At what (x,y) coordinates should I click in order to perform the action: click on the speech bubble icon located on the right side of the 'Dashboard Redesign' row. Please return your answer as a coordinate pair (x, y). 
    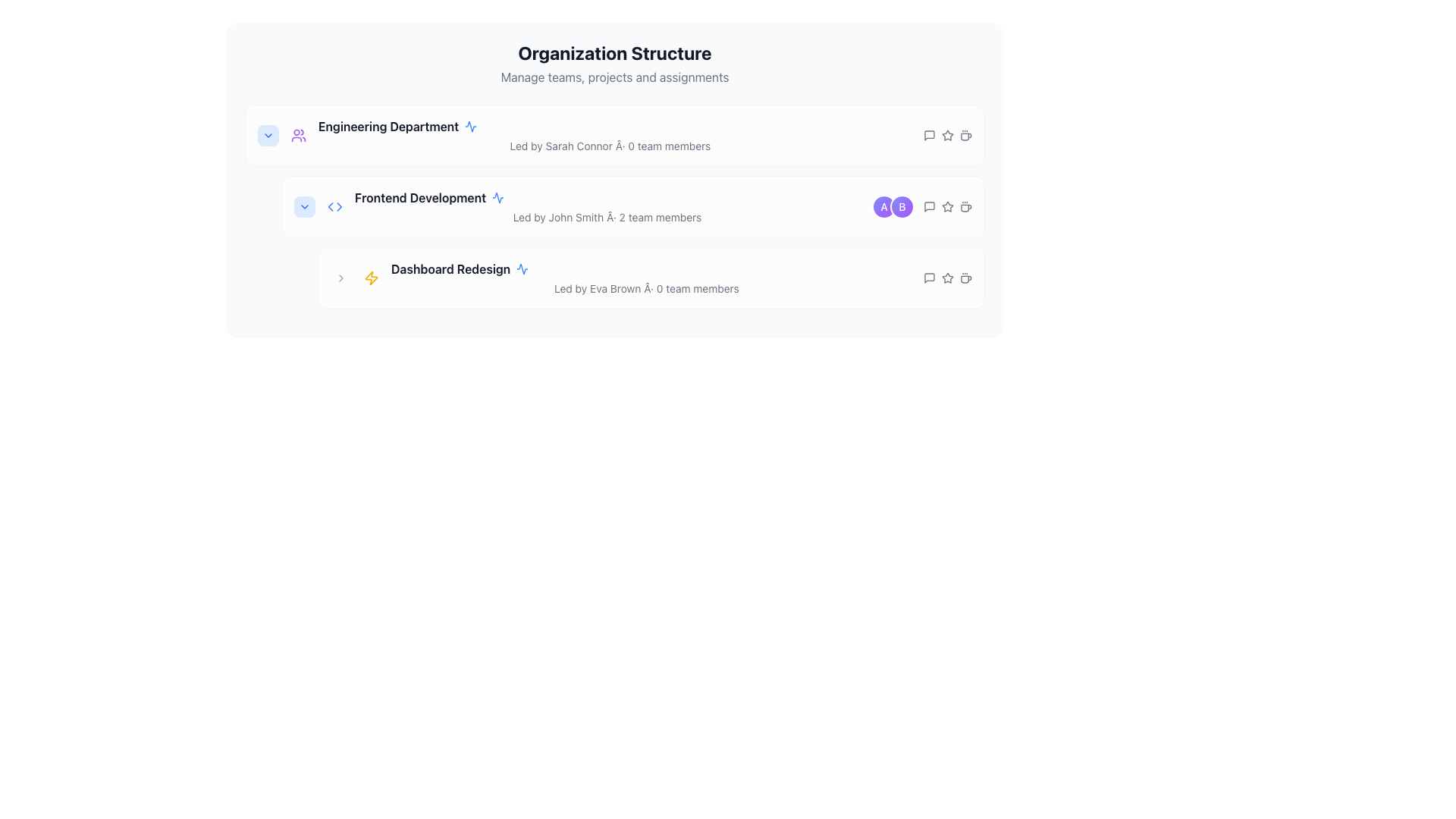
    Looking at the image, I should click on (928, 278).